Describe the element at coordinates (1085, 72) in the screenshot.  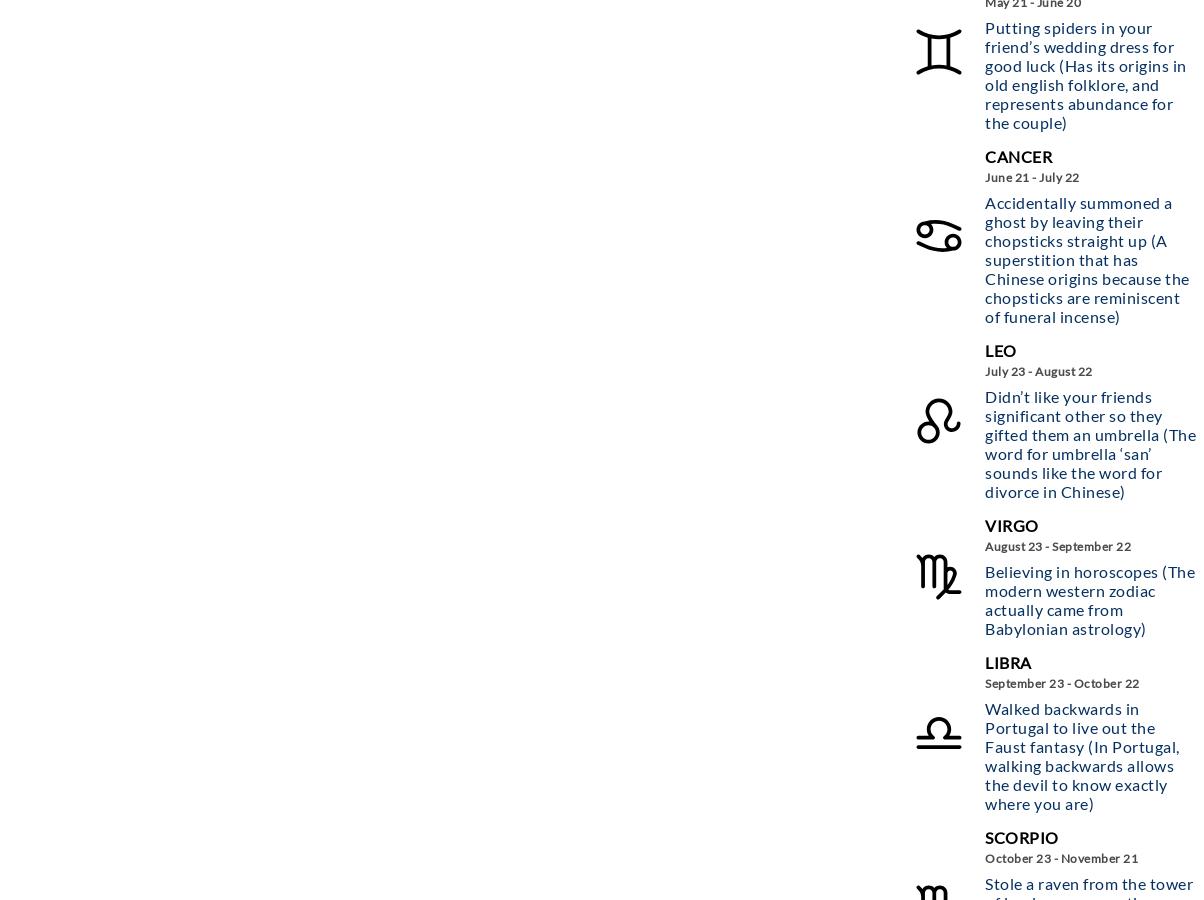
I see `'Putting spiders in your friend’s wedding dress for good luck (Has its origins in old english folklore, and represents abundance for the couple)'` at that location.